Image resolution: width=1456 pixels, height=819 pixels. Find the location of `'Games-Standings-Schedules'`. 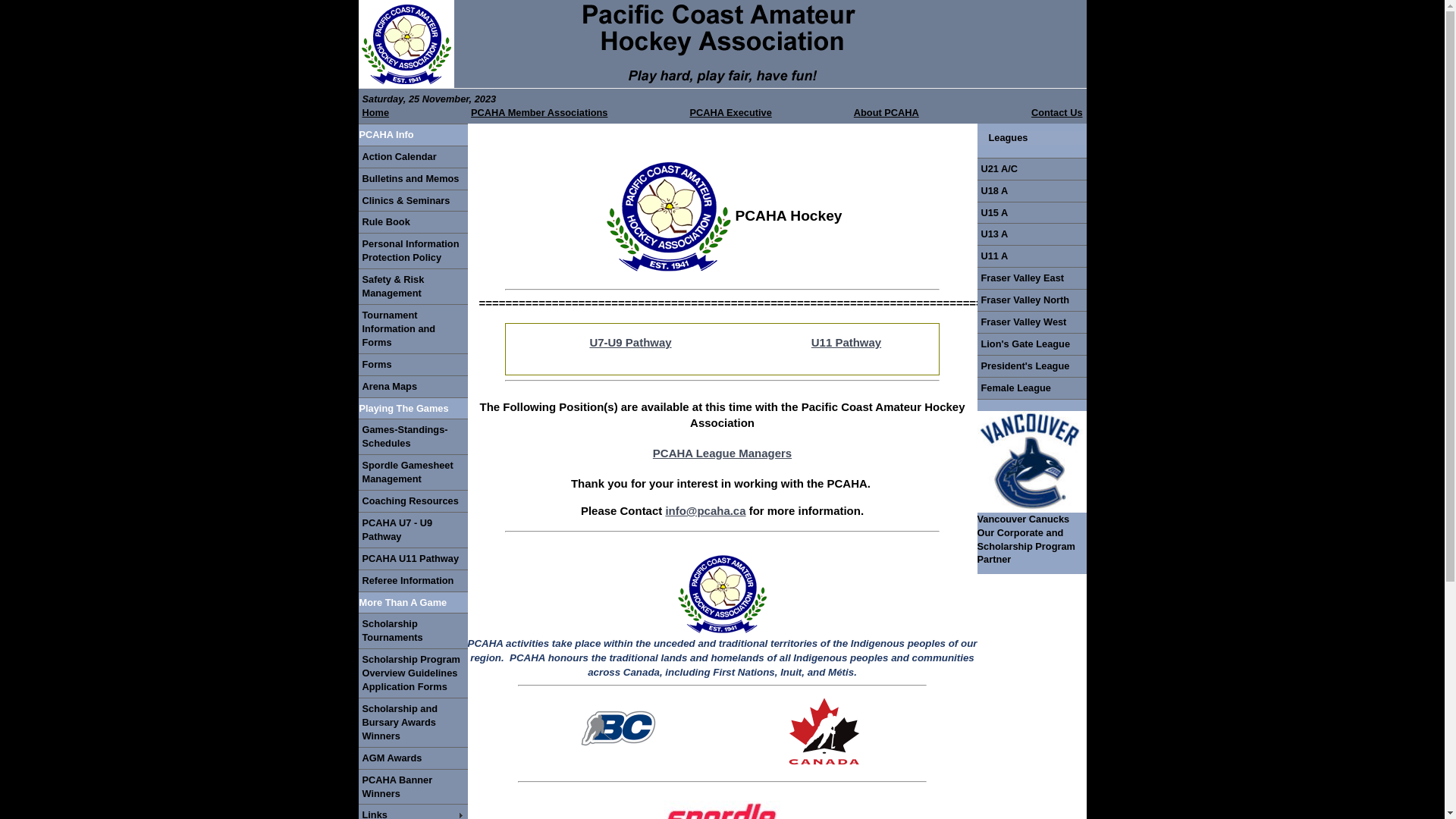

'Games-Standings-Schedules' is located at coordinates (412, 436).